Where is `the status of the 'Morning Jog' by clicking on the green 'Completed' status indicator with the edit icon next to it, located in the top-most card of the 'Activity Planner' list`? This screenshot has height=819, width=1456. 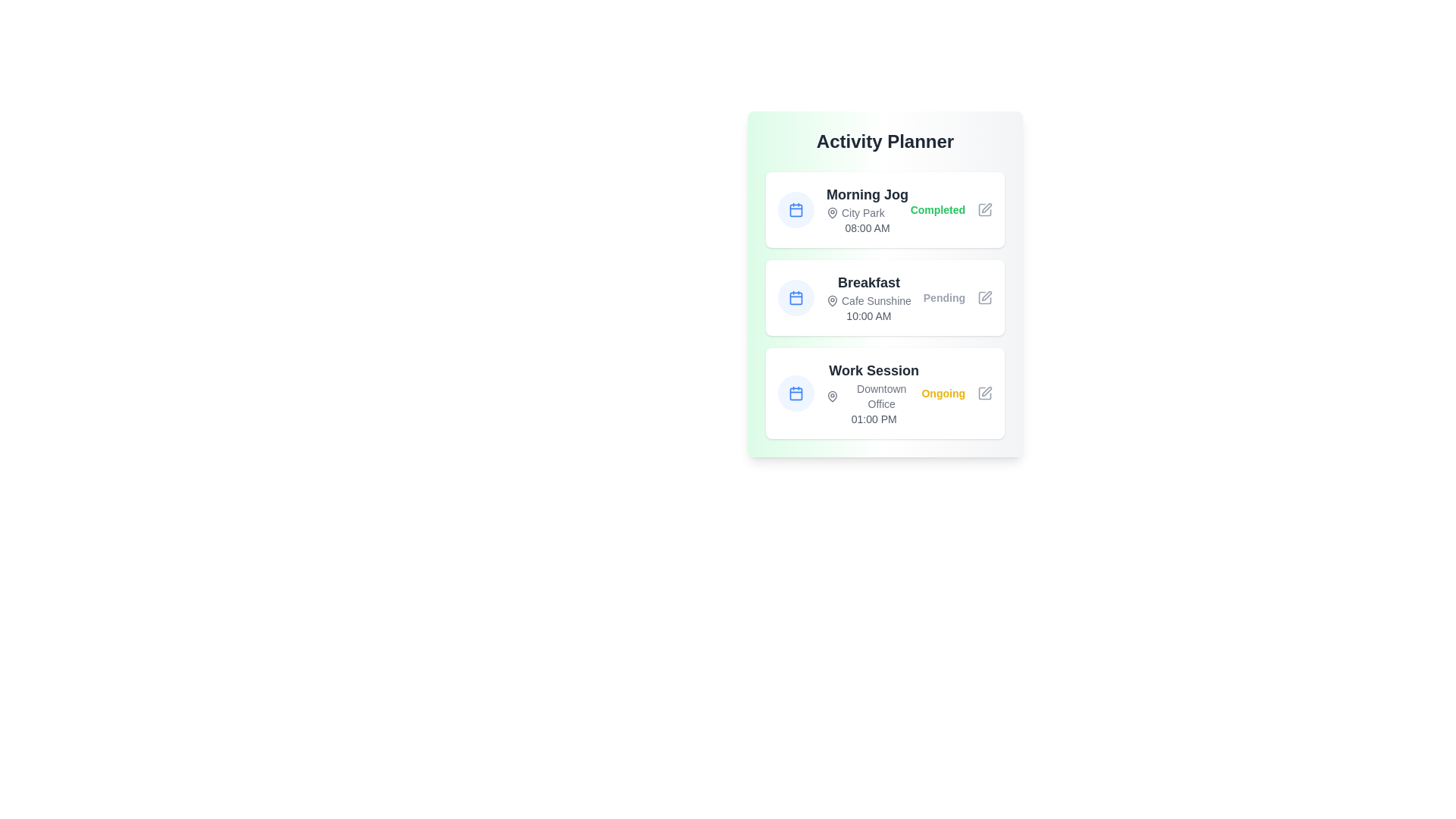 the status of the 'Morning Jog' by clicking on the green 'Completed' status indicator with the edit icon next to it, located in the top-most card of the 'Activity Planner' list is located at coordinates (950, 210).